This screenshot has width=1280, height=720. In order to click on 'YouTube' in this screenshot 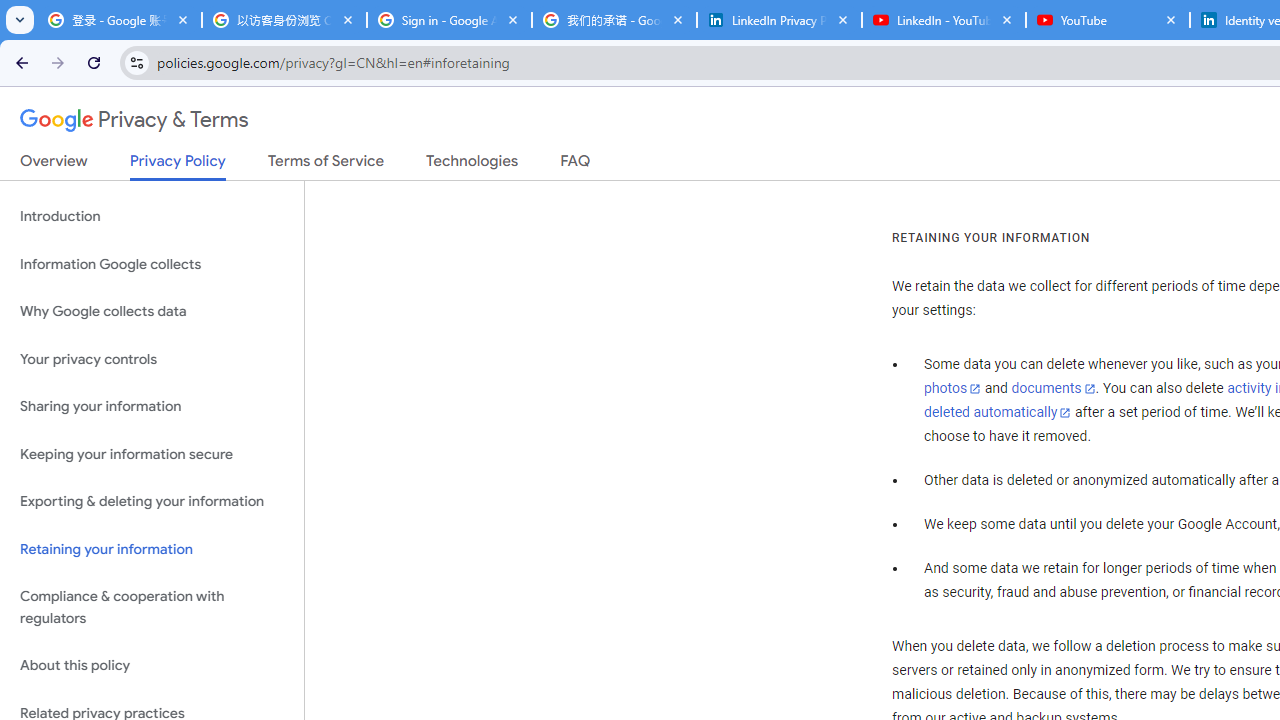, I will do `click(1107, 20)`.